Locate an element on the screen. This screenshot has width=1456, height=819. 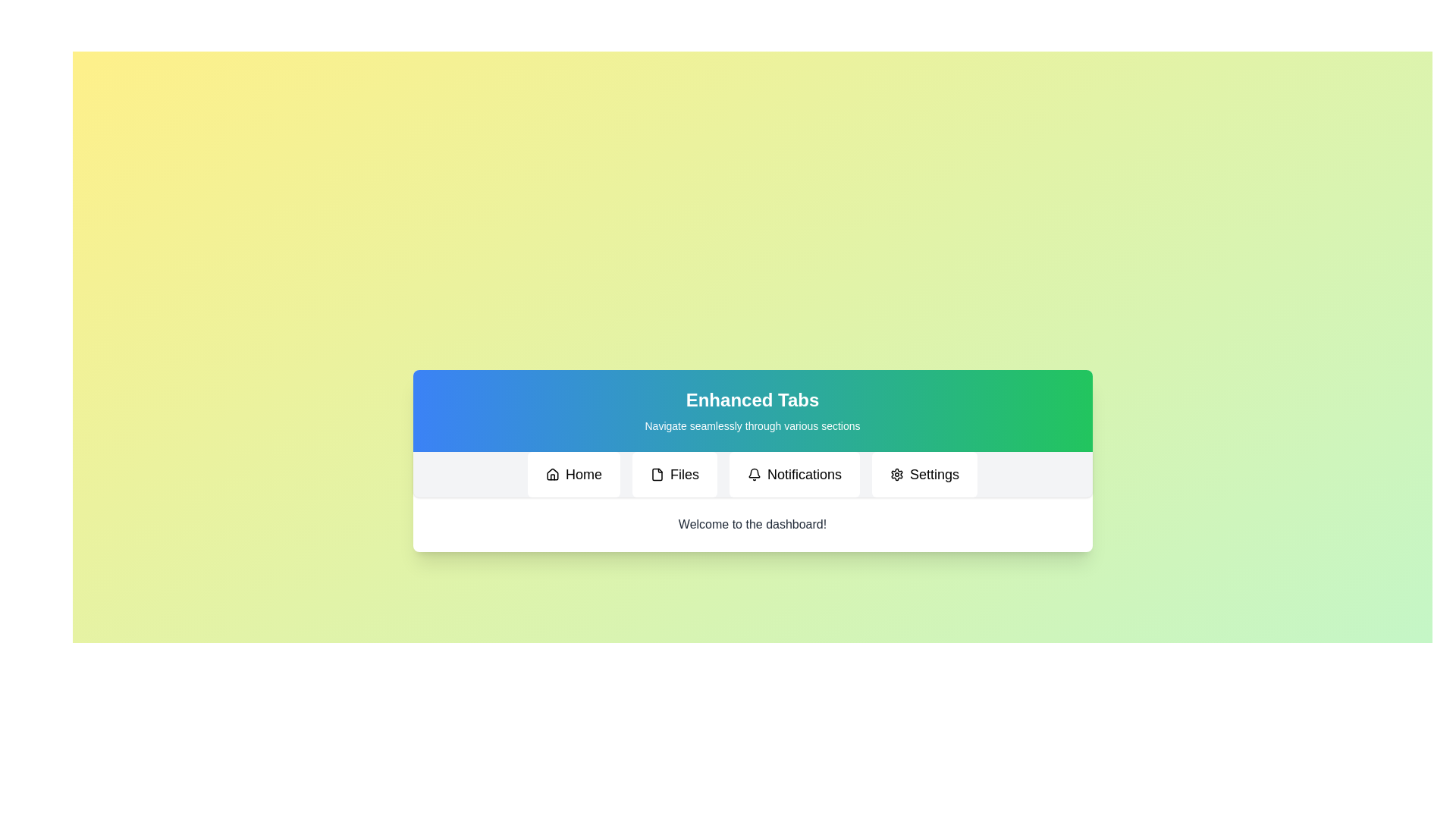
the 'Files' tab, which is the second tab from the left is located at coordinates (657, 473).